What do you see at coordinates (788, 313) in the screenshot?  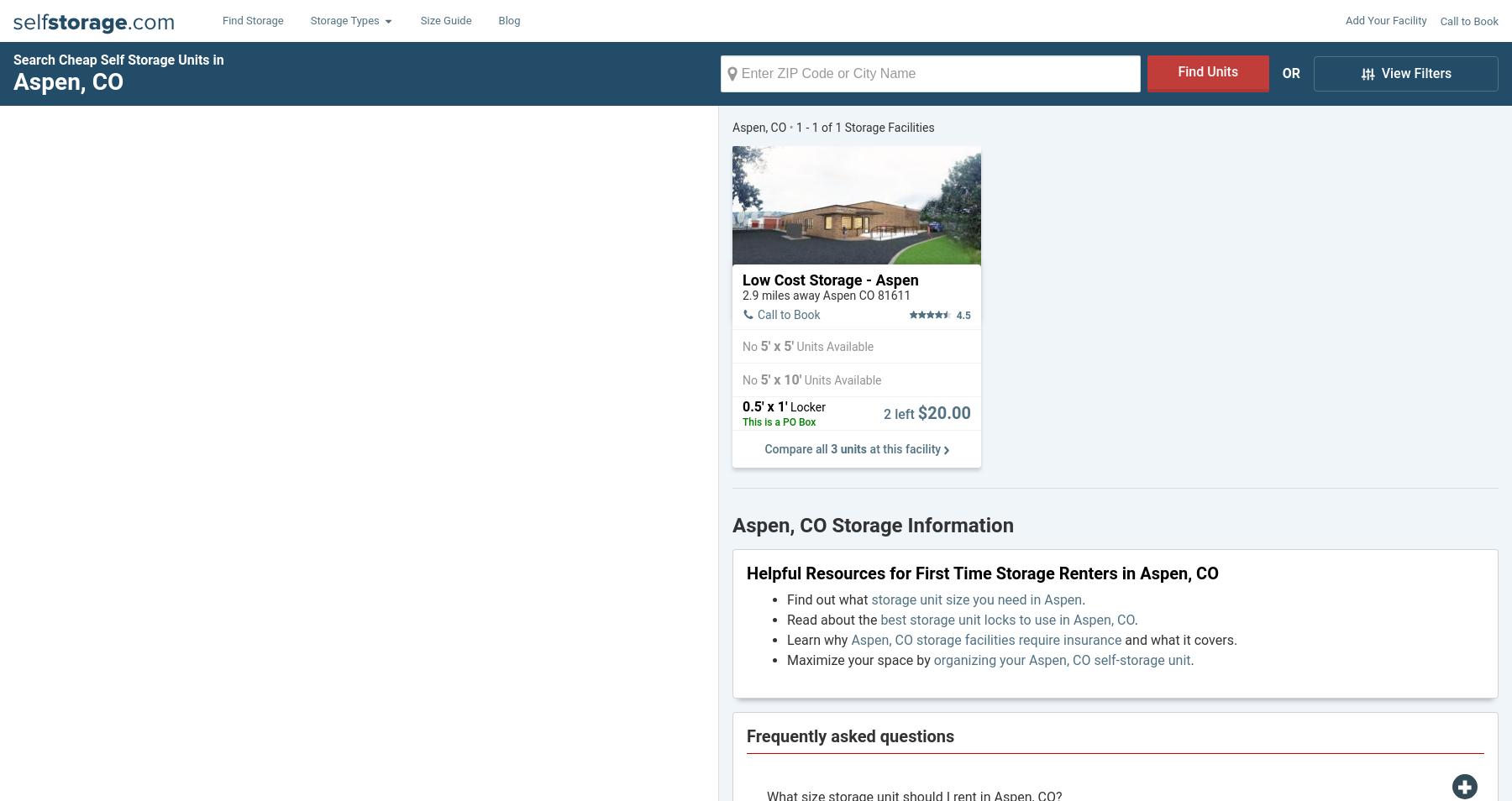 I see `'Call to Book'` at bounding box center [788, 313].